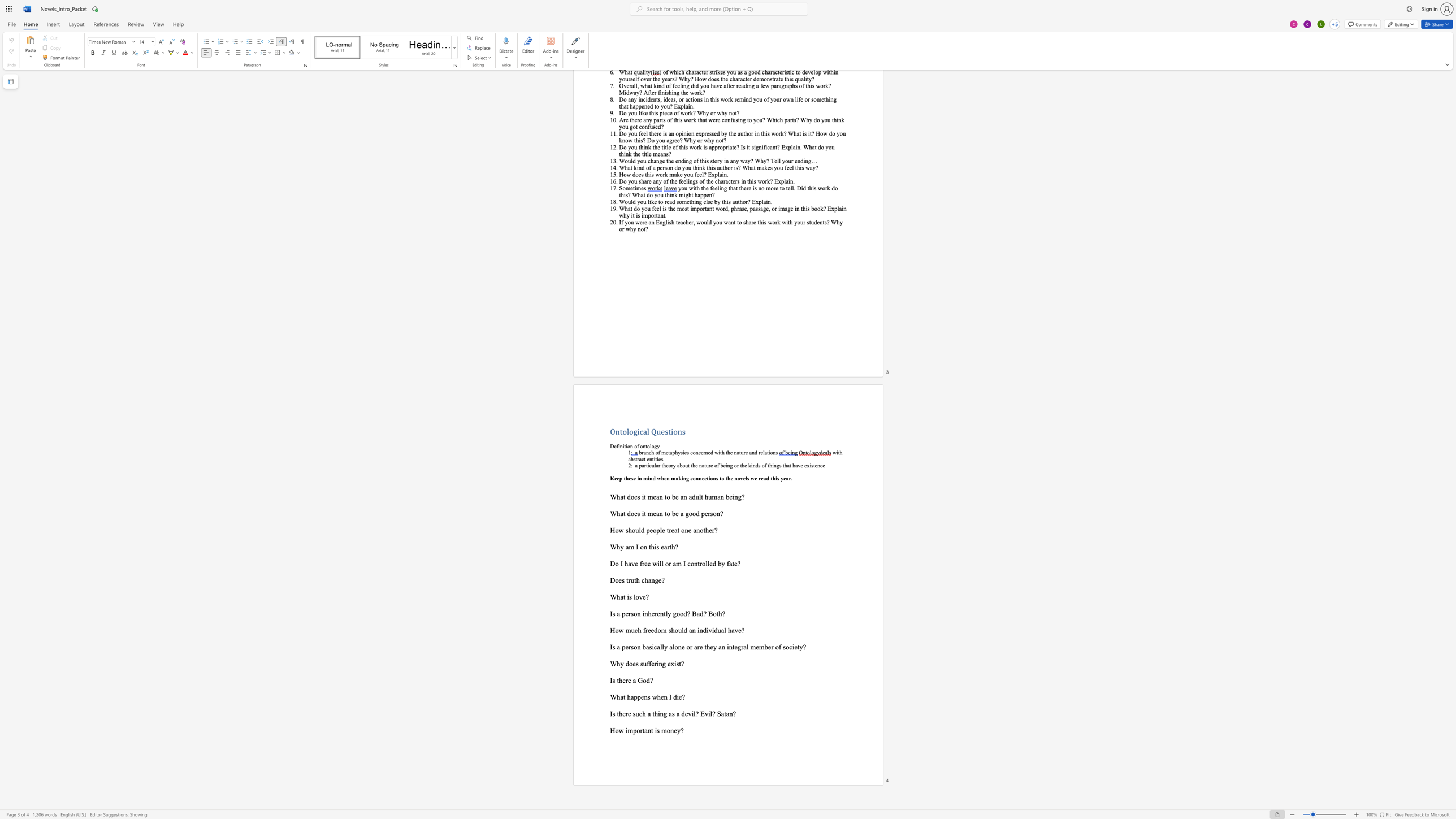 Image resolution: width=1456 pixels, height=819 pixels. What do you see at coordinates (630, 680) in the screenshot?
I see `the 2th character "e" in the text` at bounding box center [630, 680].